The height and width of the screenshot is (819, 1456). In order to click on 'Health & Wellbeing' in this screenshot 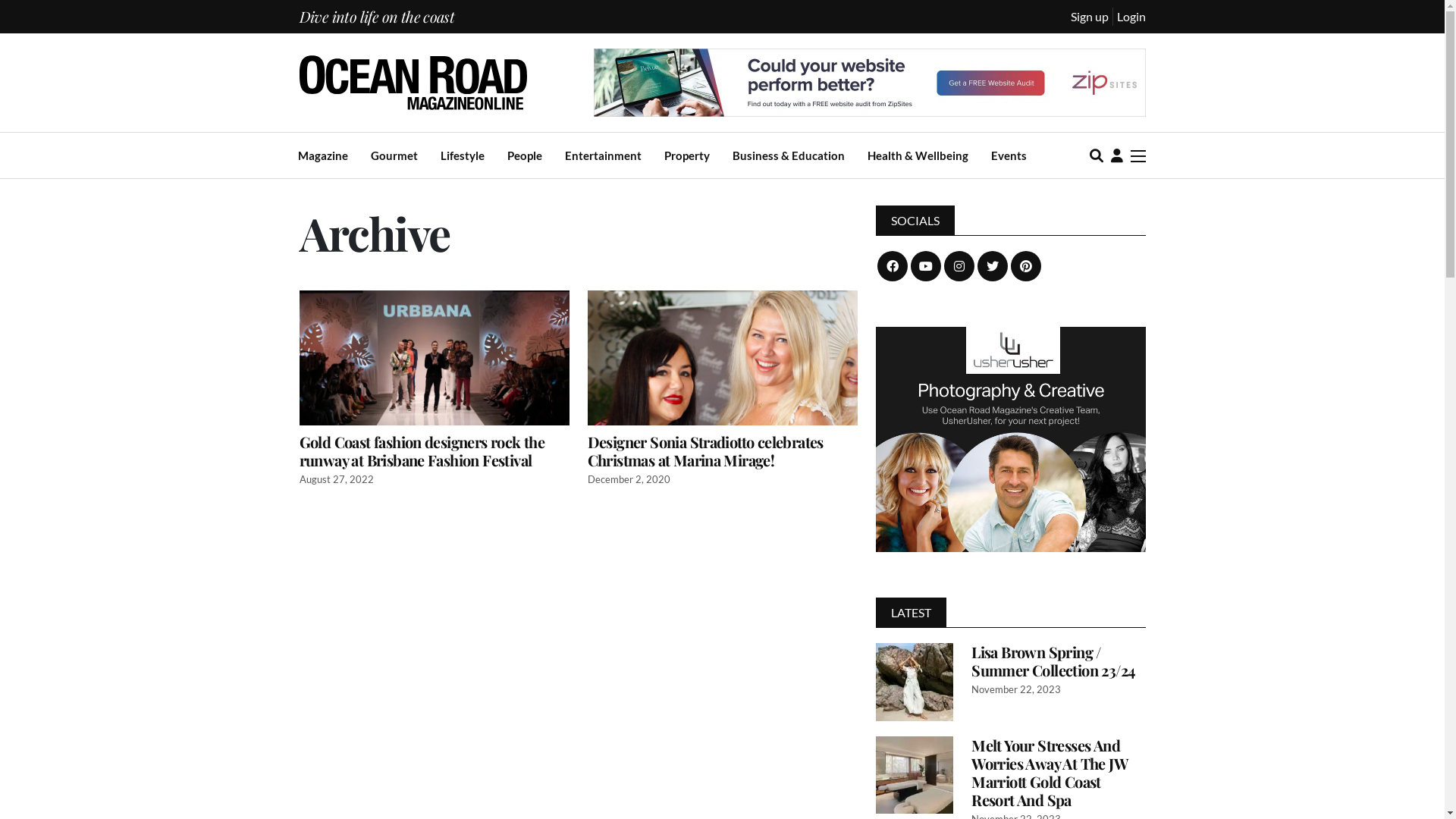, I will do `click(917, 155)`.